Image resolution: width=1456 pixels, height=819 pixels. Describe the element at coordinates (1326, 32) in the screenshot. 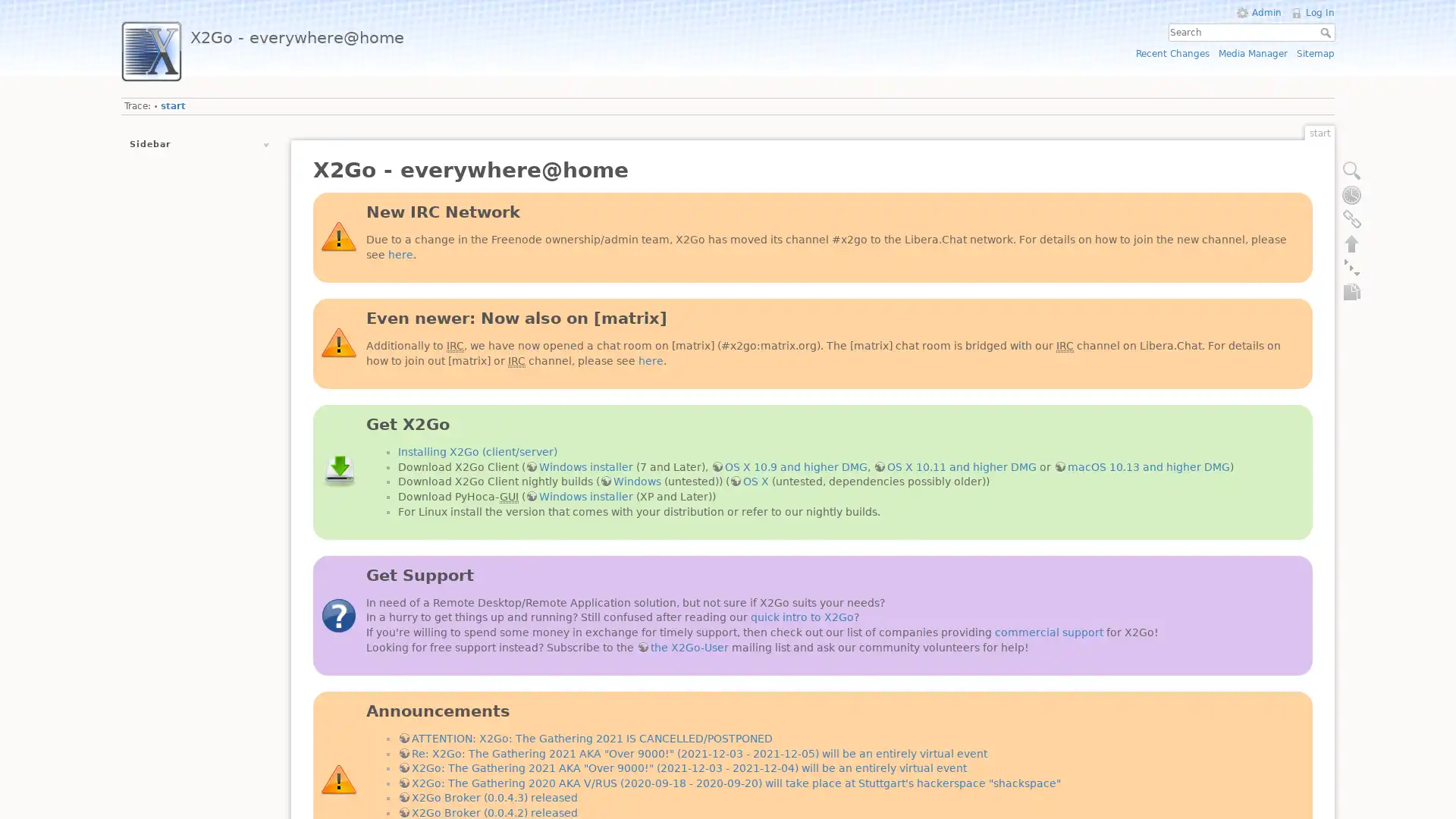

I see `Search` at that location.